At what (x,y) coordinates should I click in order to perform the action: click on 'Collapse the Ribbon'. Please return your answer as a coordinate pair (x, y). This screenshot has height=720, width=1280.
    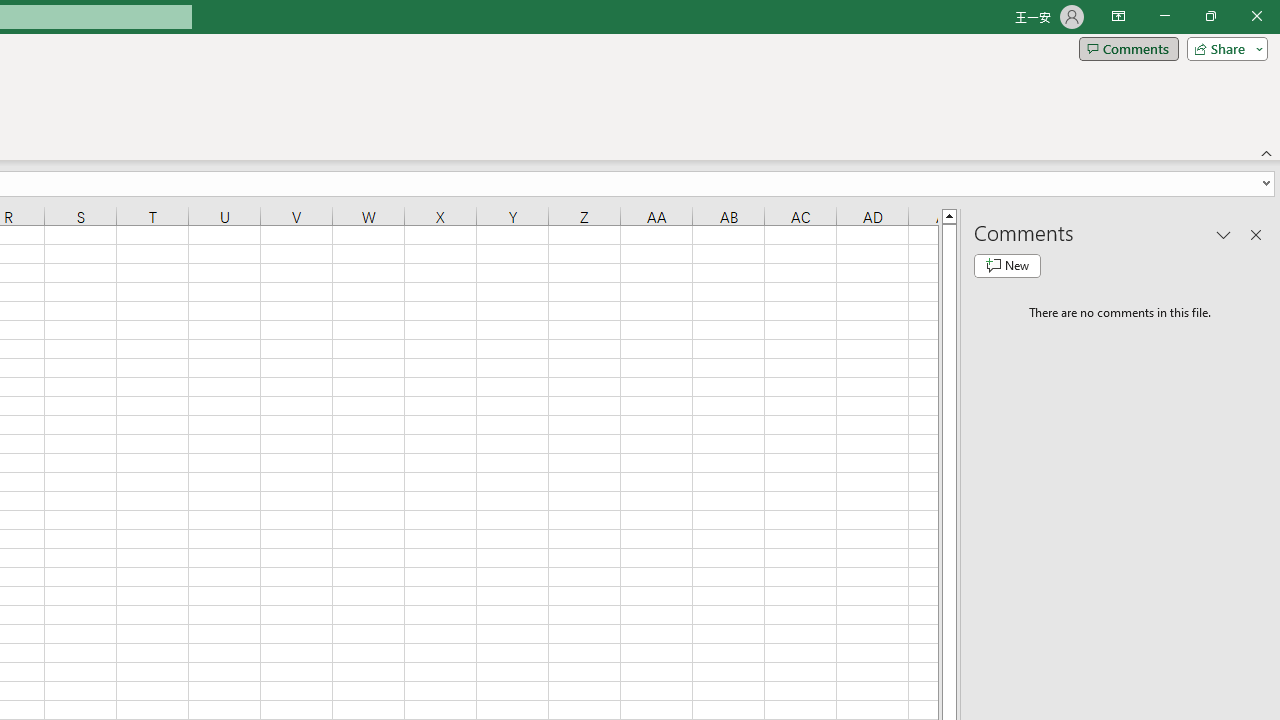
    Looking at the image, I should click on (1266, 152).